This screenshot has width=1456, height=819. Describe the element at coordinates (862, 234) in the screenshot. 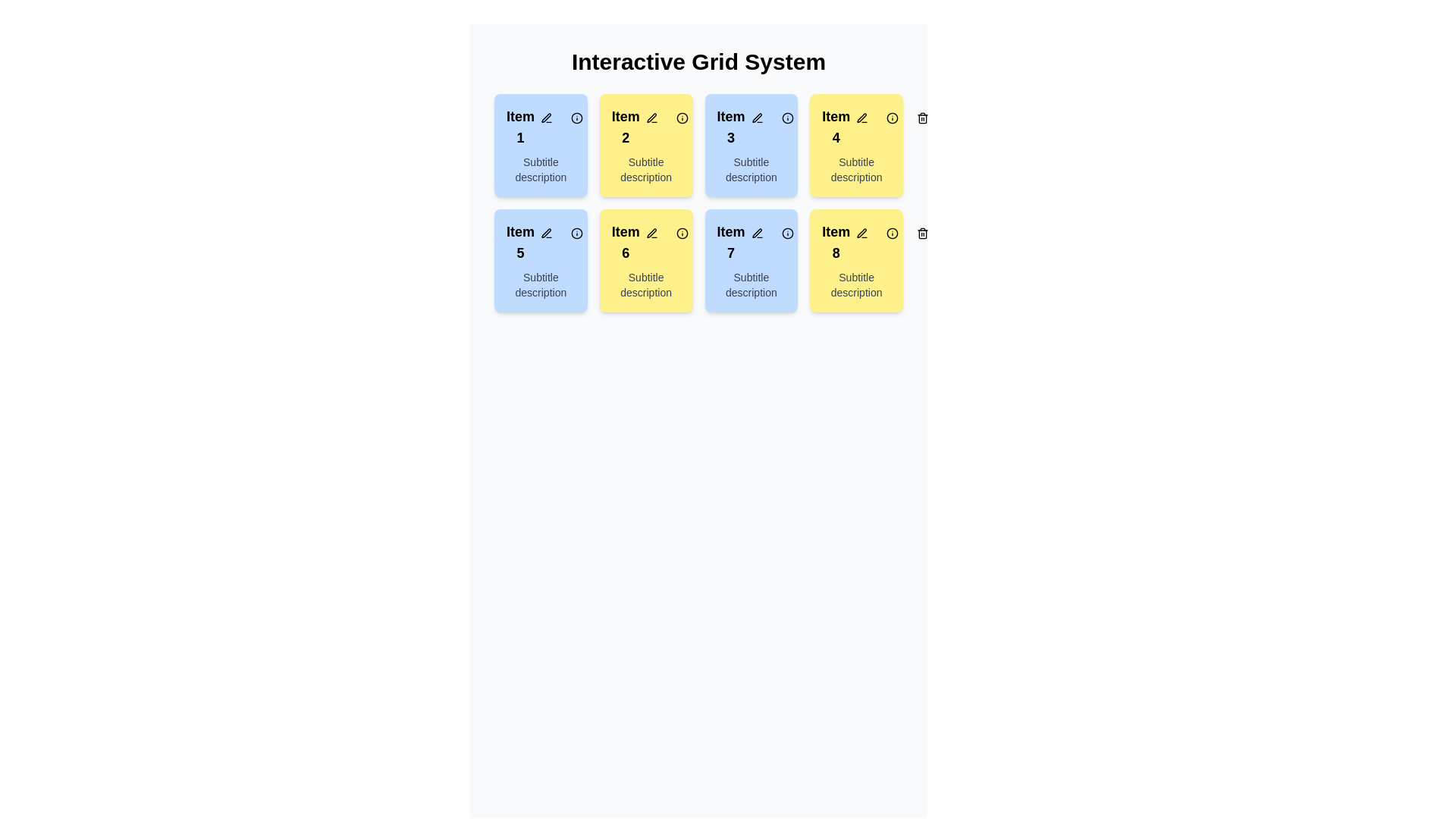

I see `the circular button with a pen icon located in the bottom-right corner of the grid layout, which is the first of three interactive buttons aligned horizontally to the right of 'Item 8', to visualize the hover effects` at that location.